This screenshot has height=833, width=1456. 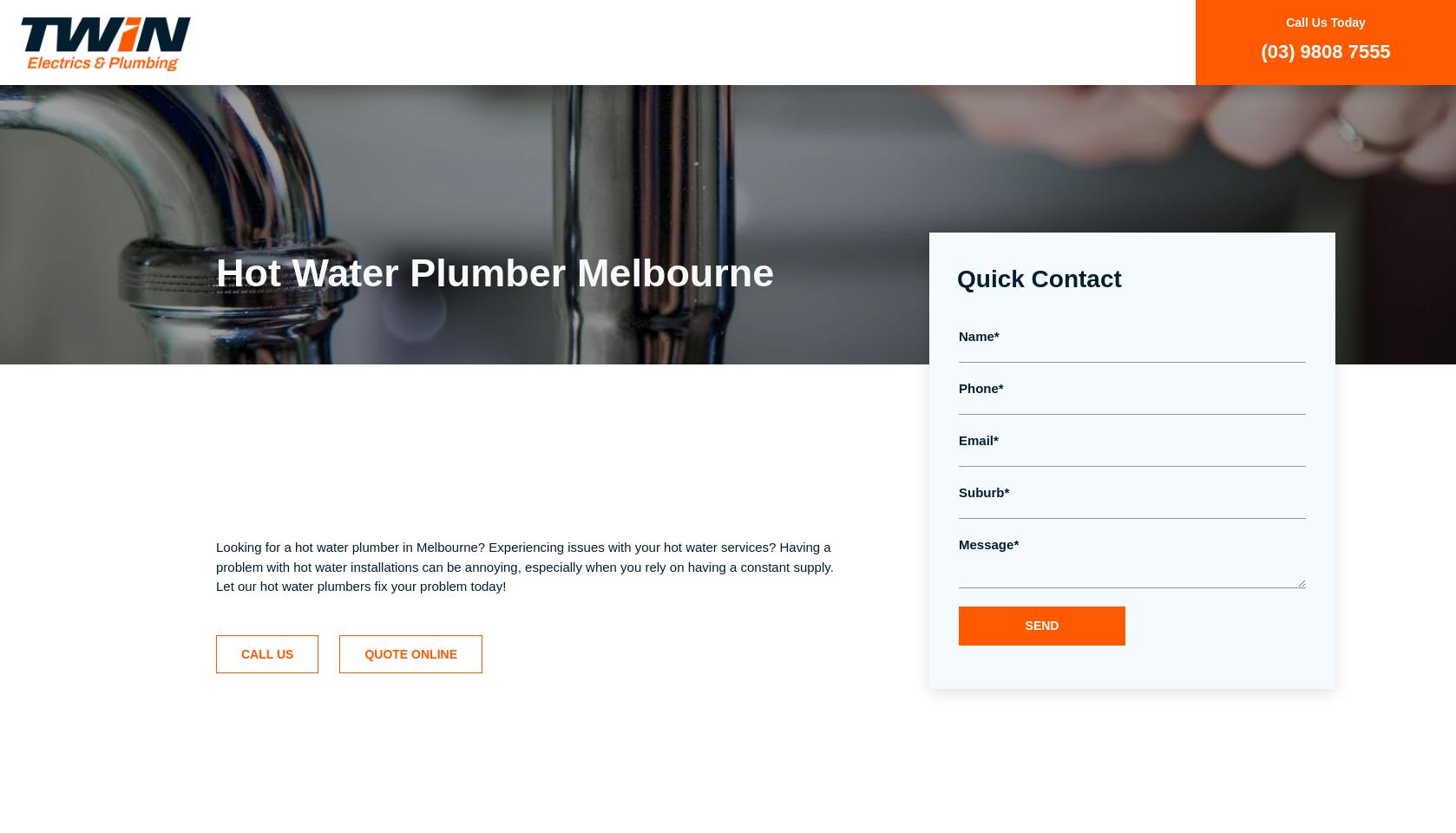 I want to click on 'Quick Contact', so click(x=1039, y=279).